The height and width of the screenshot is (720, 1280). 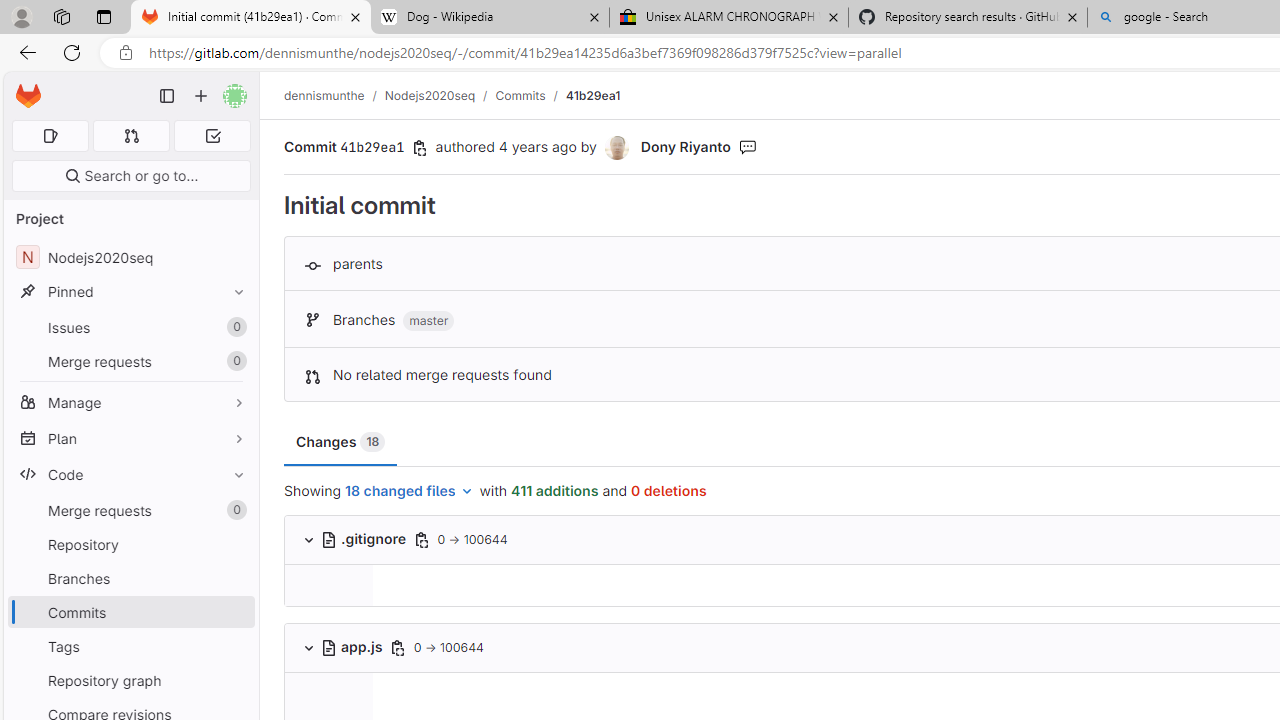 I want to click on '18 changed files', so click(x=409, y=491).